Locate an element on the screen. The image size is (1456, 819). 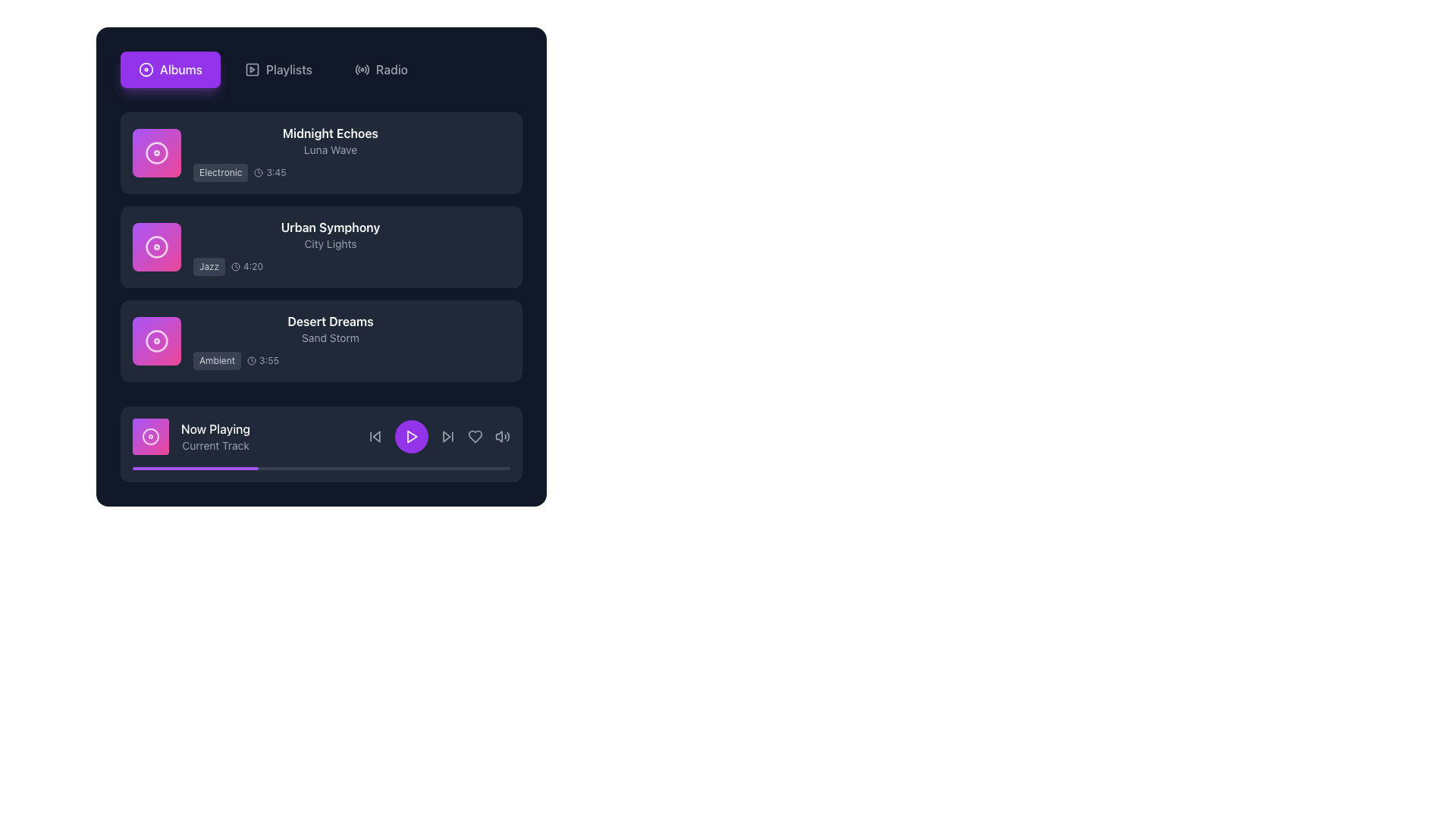
the decorative disc icon representing the 'Desert Dreams' track located centrally within its item card in the music selection interface is located at coordinates (156, 341).